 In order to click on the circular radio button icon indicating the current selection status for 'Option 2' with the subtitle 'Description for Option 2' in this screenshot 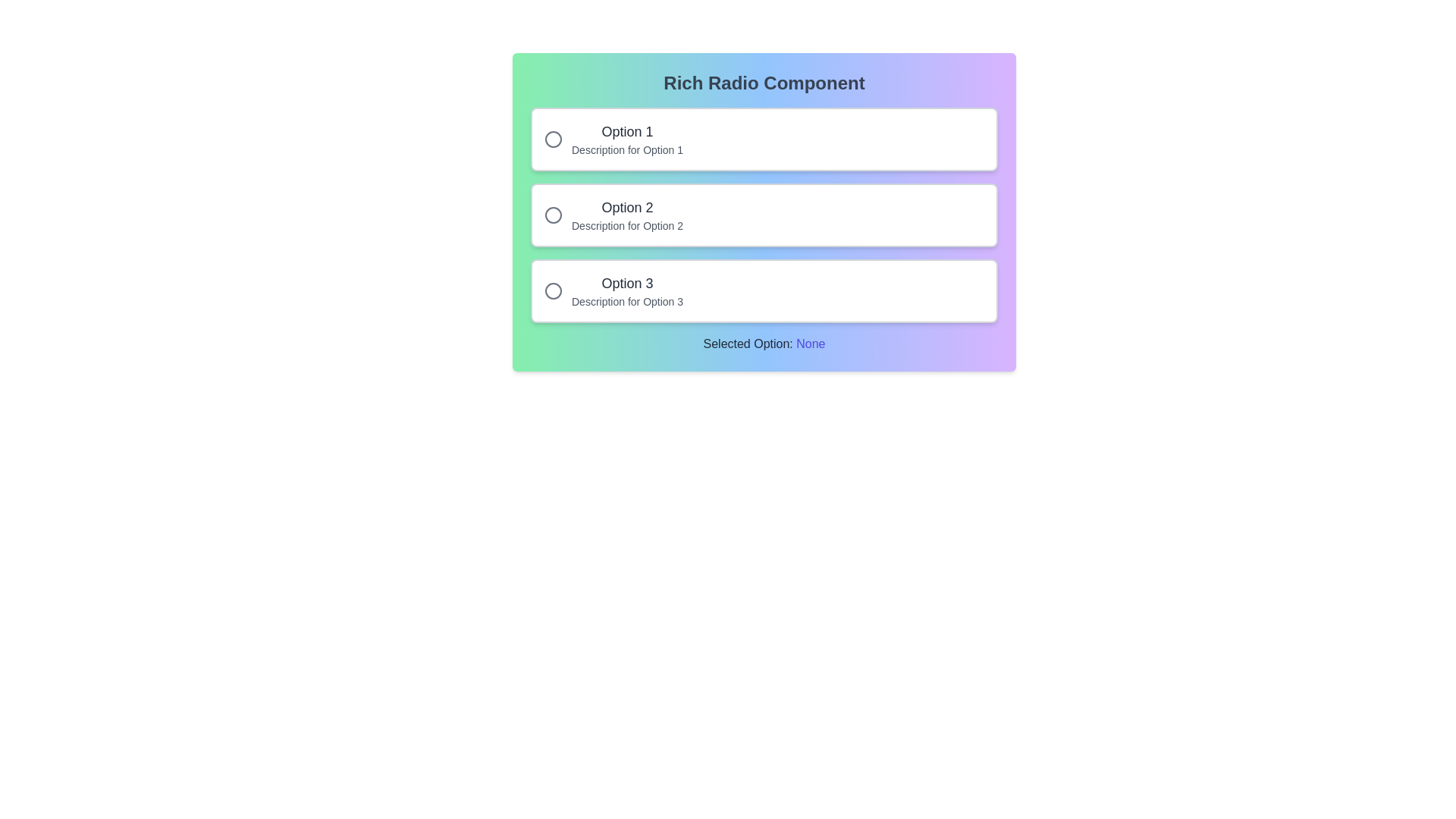, I will do `click(552, 215)`.